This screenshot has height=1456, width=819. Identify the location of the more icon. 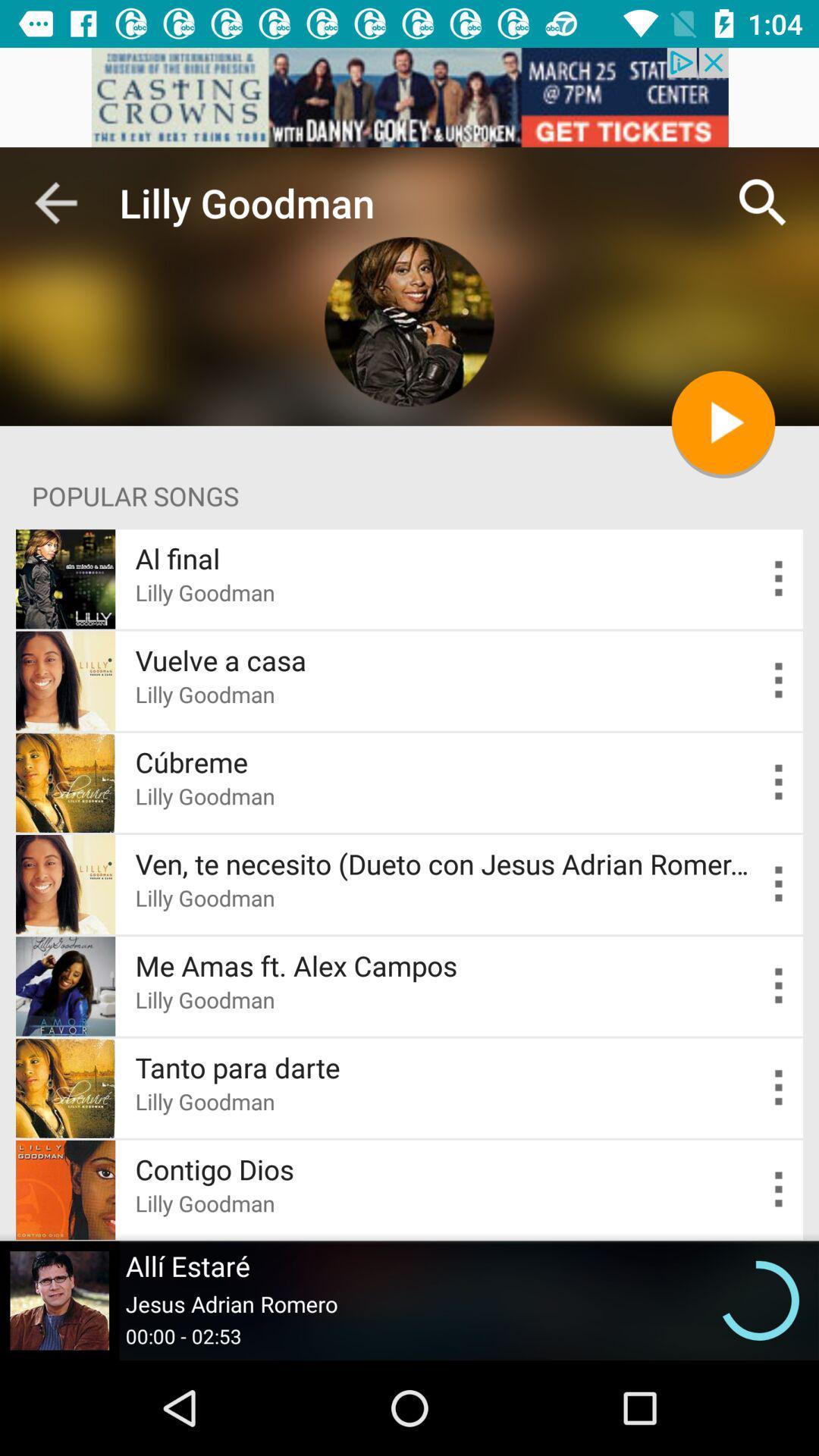
(779, 986).